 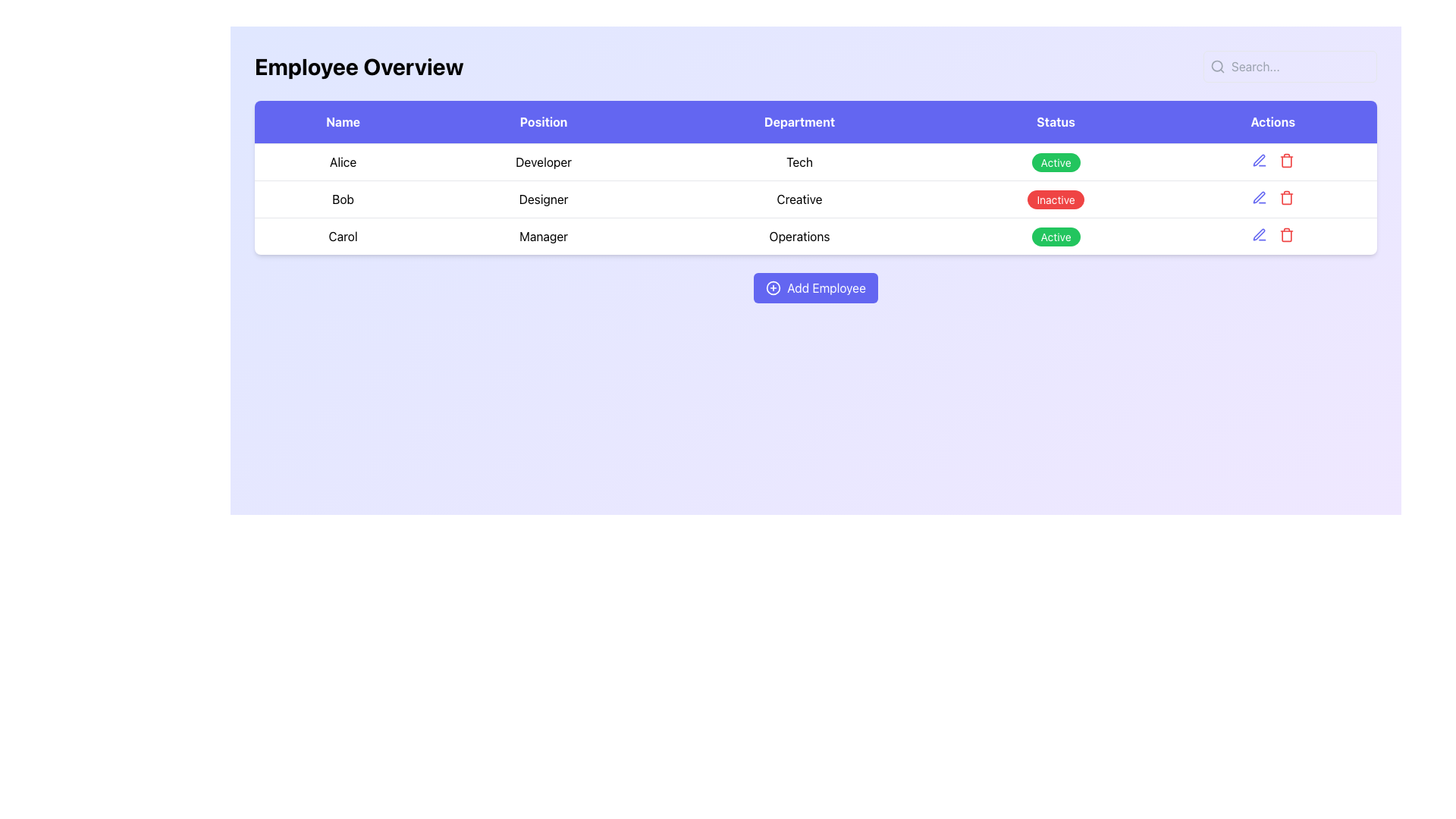 What do you see at coordinates (1055, 237) in the screenshot?
I see `the Status Badge, a green pill-shaped button with the text 'Active', located in the third row of the 'Status' column` at bounding box center [1055, 237].